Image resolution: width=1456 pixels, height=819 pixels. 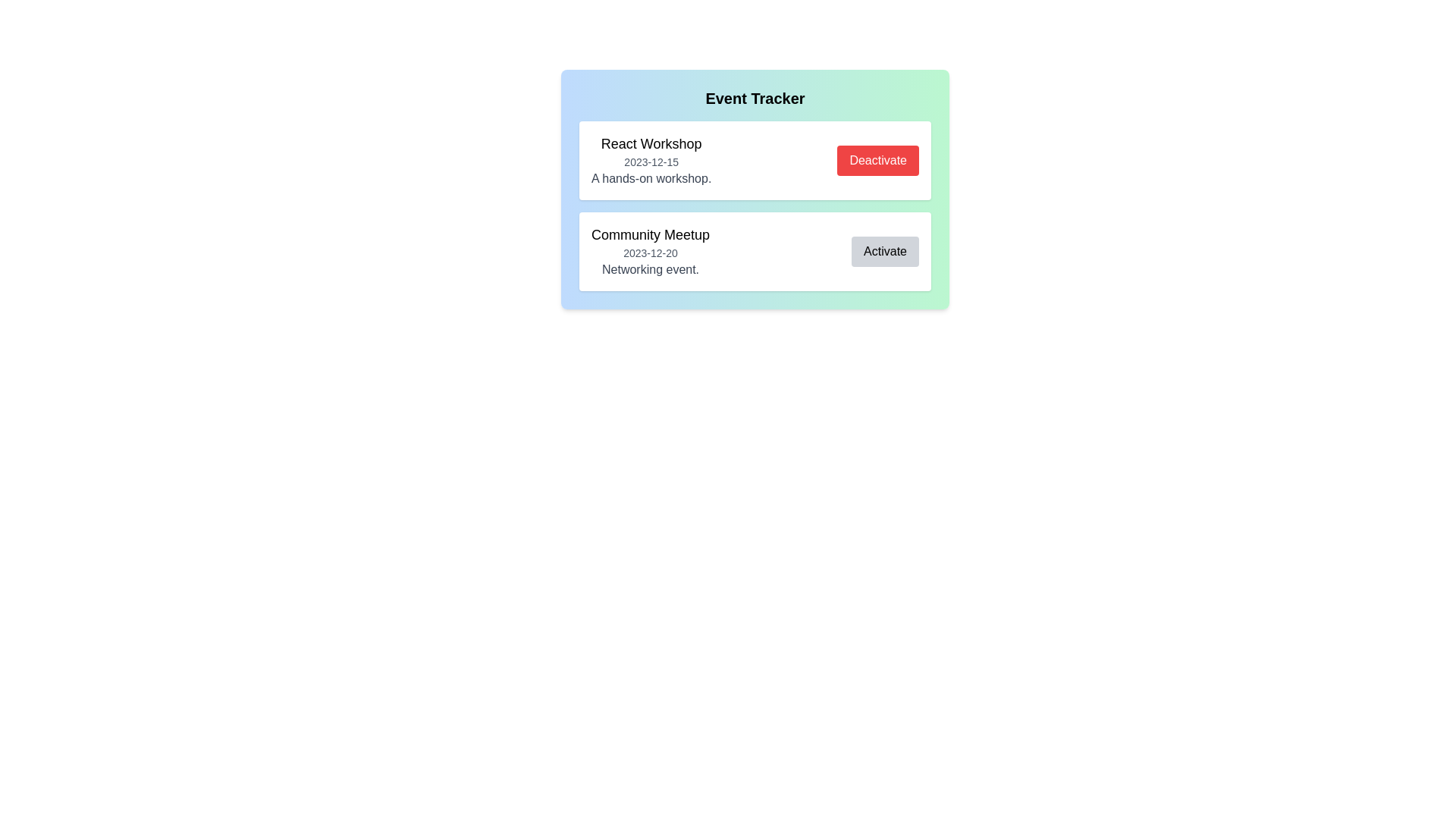 What do you see at coordinates (885, 250) in the screenshot?
I see `the button labeled Activate to toggle the event's activation status` at bounding box center [885, 250].